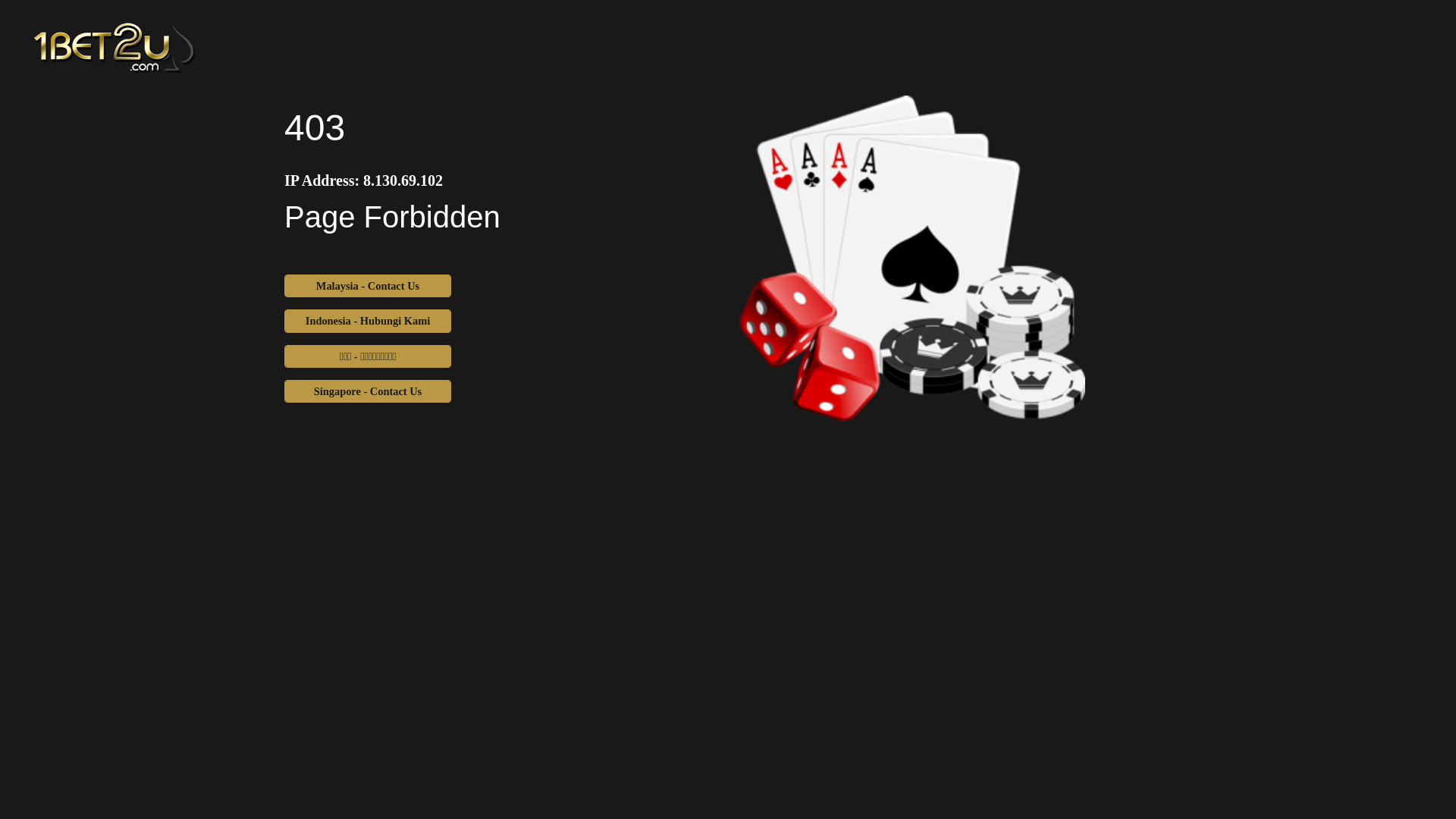  Describe the element at coordinates (367, 320) in the screenshot. I see `'Indonesia - Hubungi Kami'` at that location.